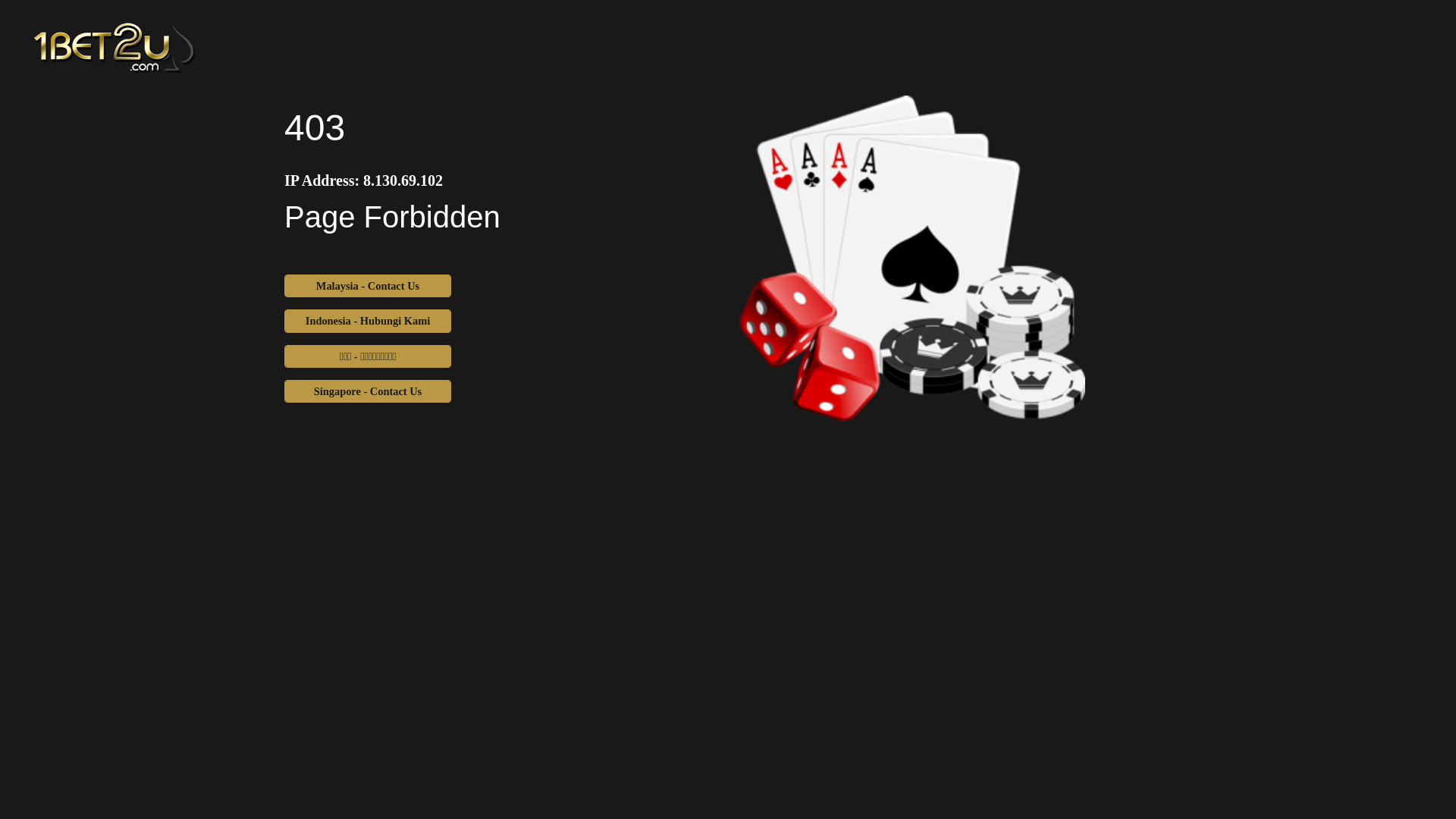  Describe the element at coordinates (367, 320) in the screenshot. I see `'Indonesia - Hubungi Kami'` at that location.